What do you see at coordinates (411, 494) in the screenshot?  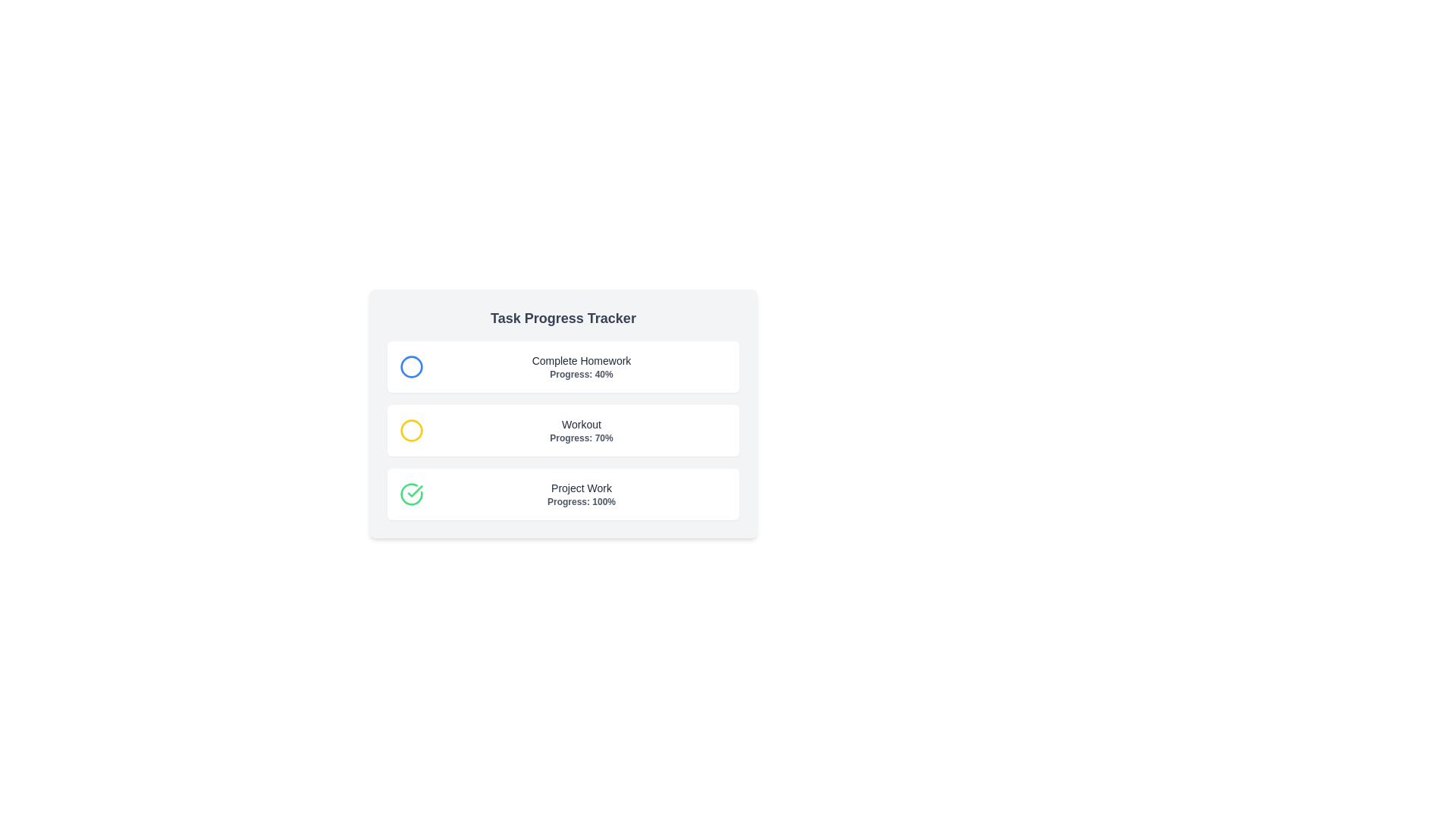 I see `the decorative graphical element indicating the completion of the 'Project Work' task, located to the left of the text label and progress value` at bounding box center [411, 494].